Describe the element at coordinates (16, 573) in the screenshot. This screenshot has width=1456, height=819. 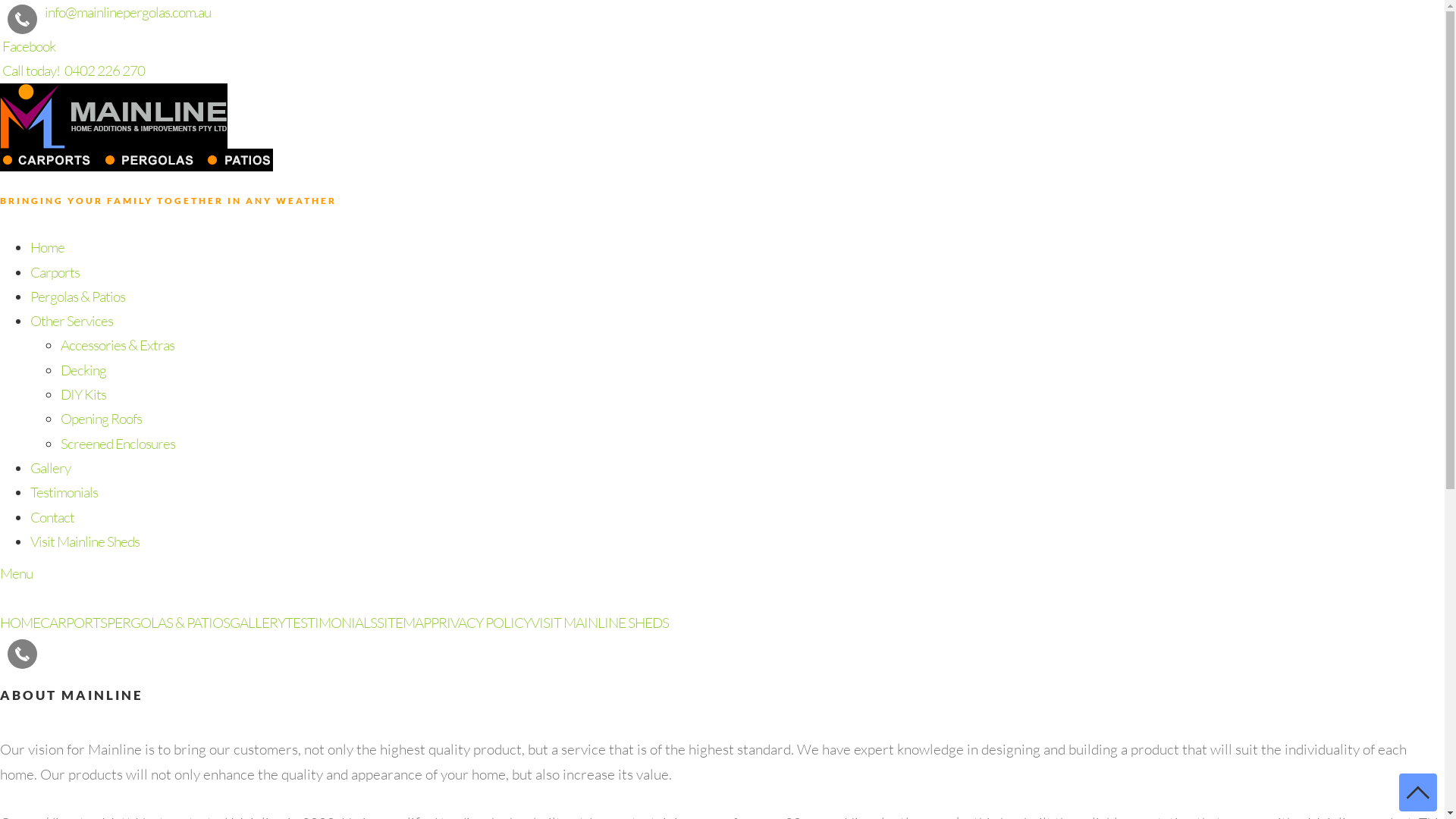
I see `'Menu'` at that location.